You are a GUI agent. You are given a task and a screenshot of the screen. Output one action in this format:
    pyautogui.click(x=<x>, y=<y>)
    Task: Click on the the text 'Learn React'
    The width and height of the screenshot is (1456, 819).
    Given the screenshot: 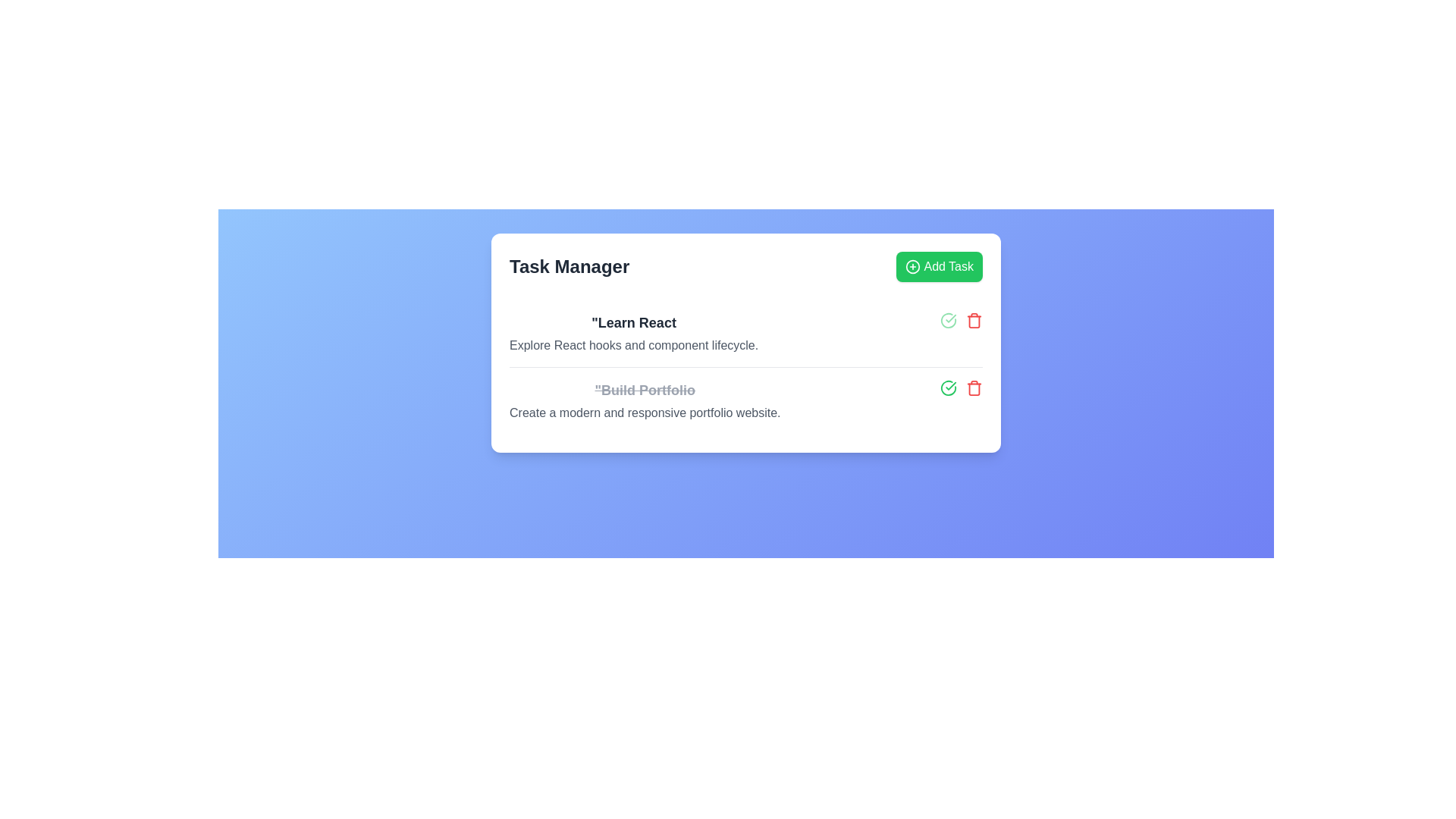 What is the action you would take?
    pyautogui.click(x=634, y=332)
    